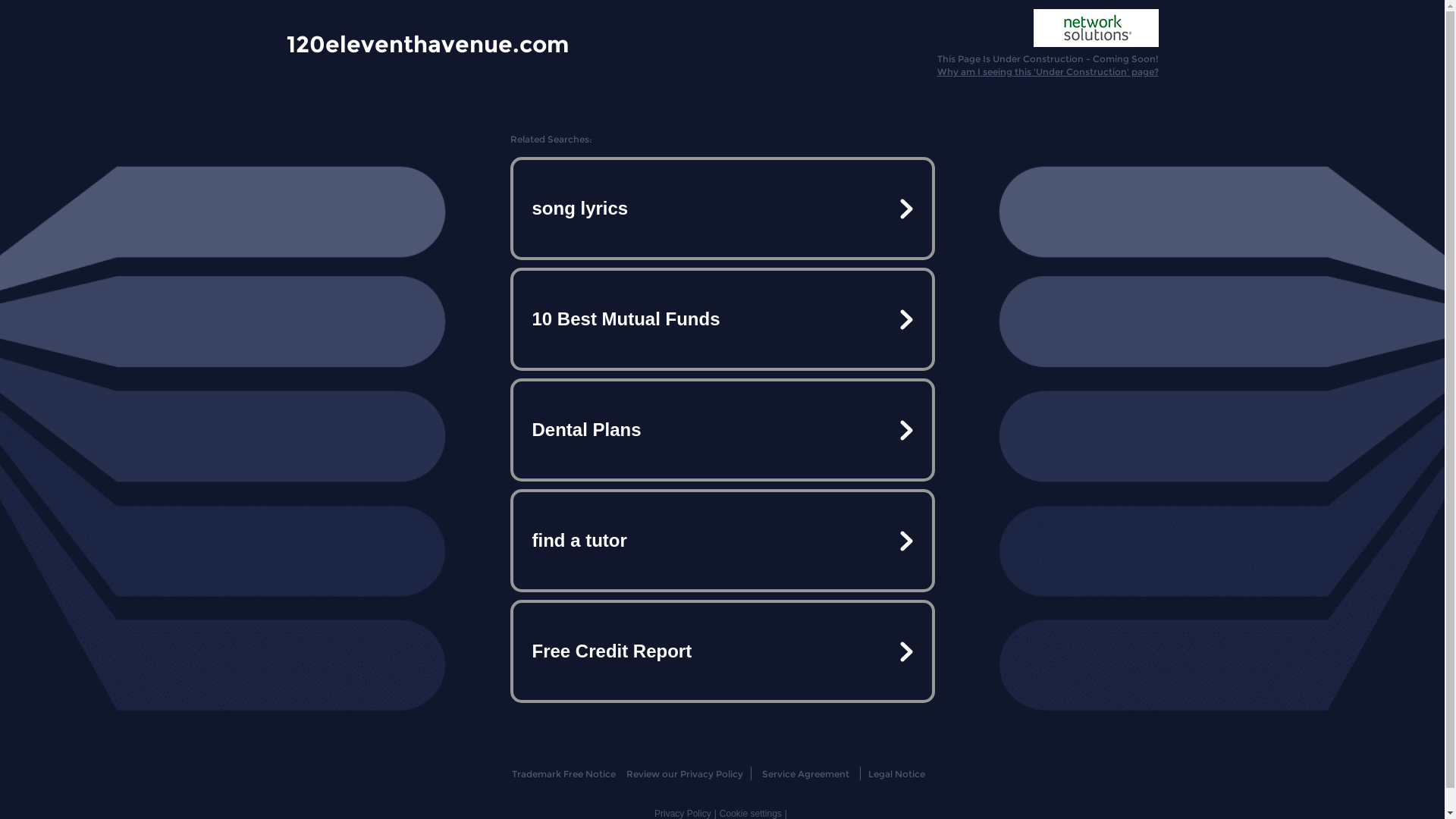  Describe the element at coordinates (896, 773) in the screenshot. I see `'Legal Notice'` at that location.